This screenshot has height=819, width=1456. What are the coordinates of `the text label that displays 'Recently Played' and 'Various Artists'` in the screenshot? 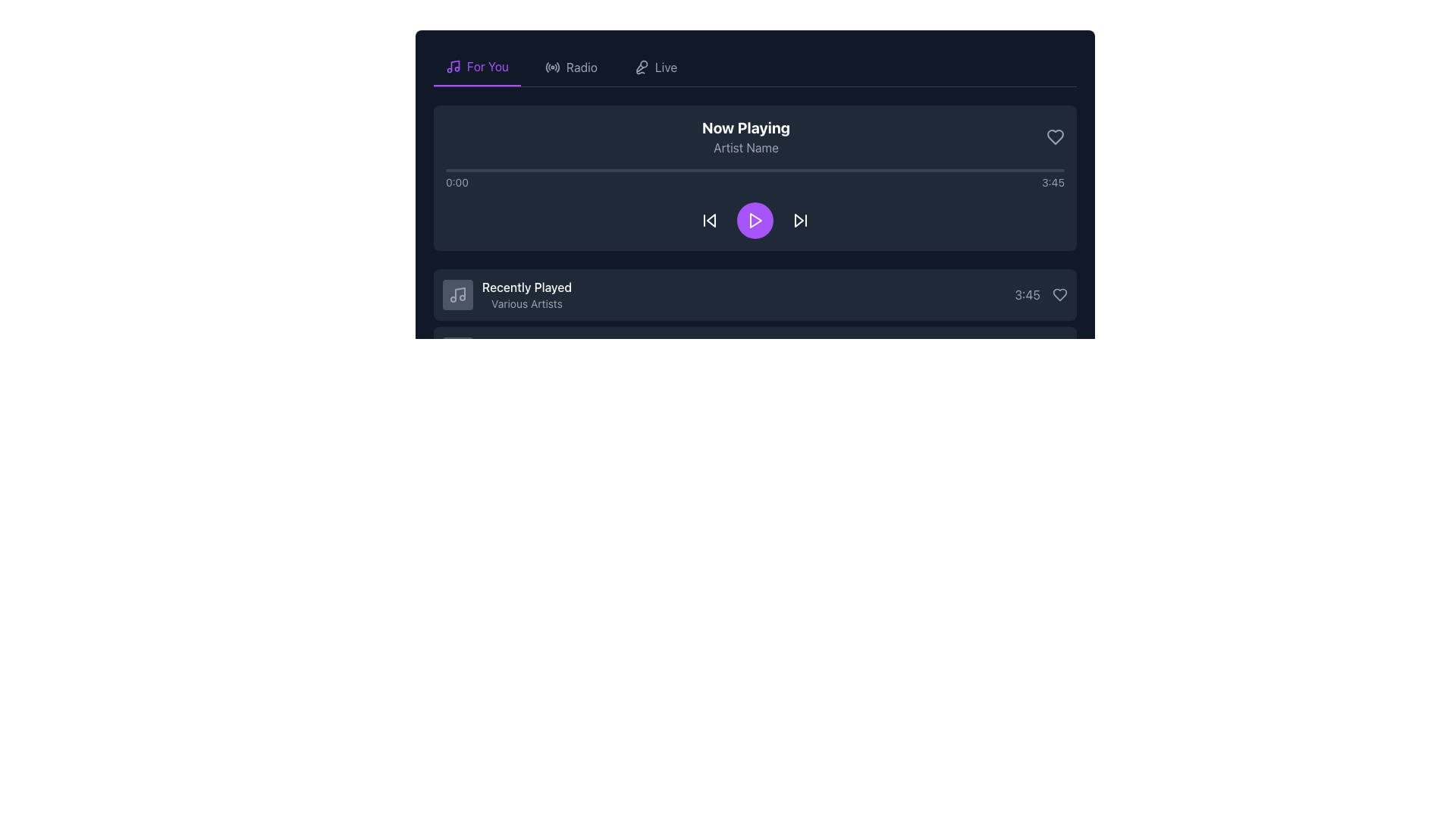 It's located at (527, 295).